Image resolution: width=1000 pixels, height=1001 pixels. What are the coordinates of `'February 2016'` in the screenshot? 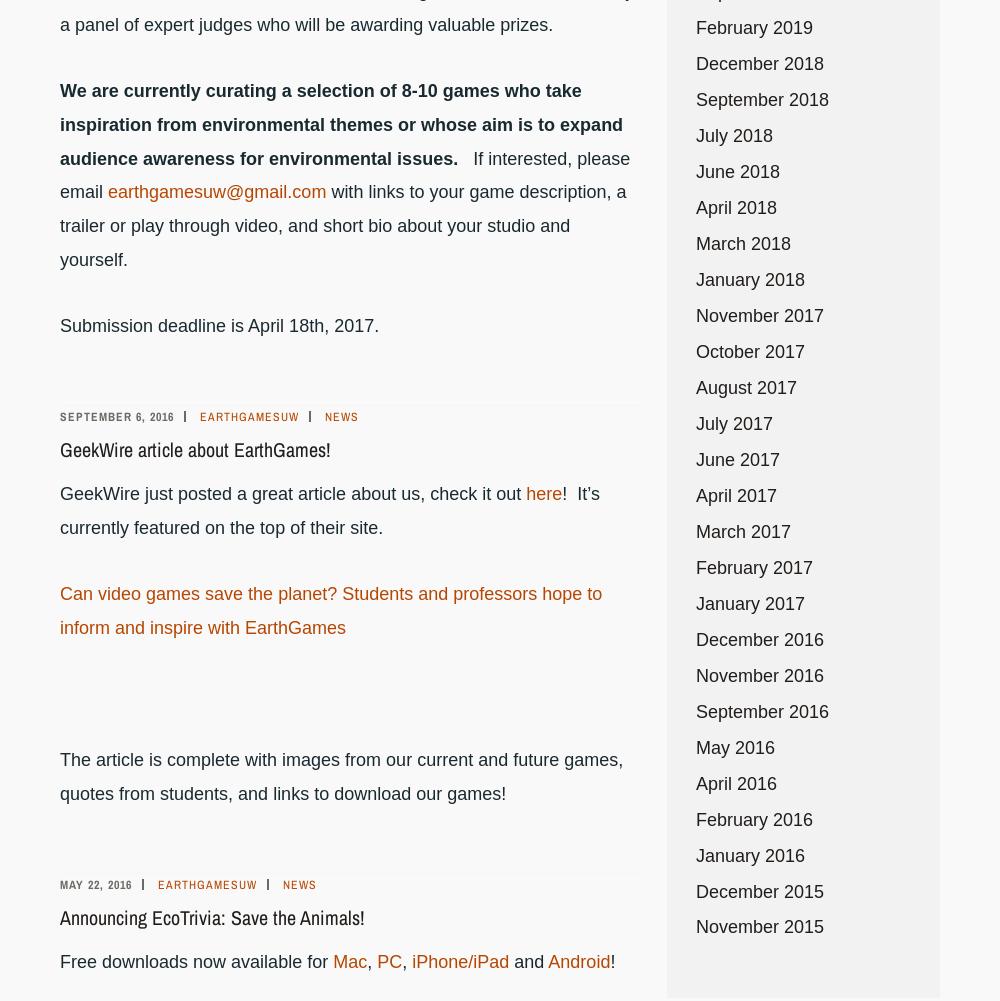 It's located at (754, 818).